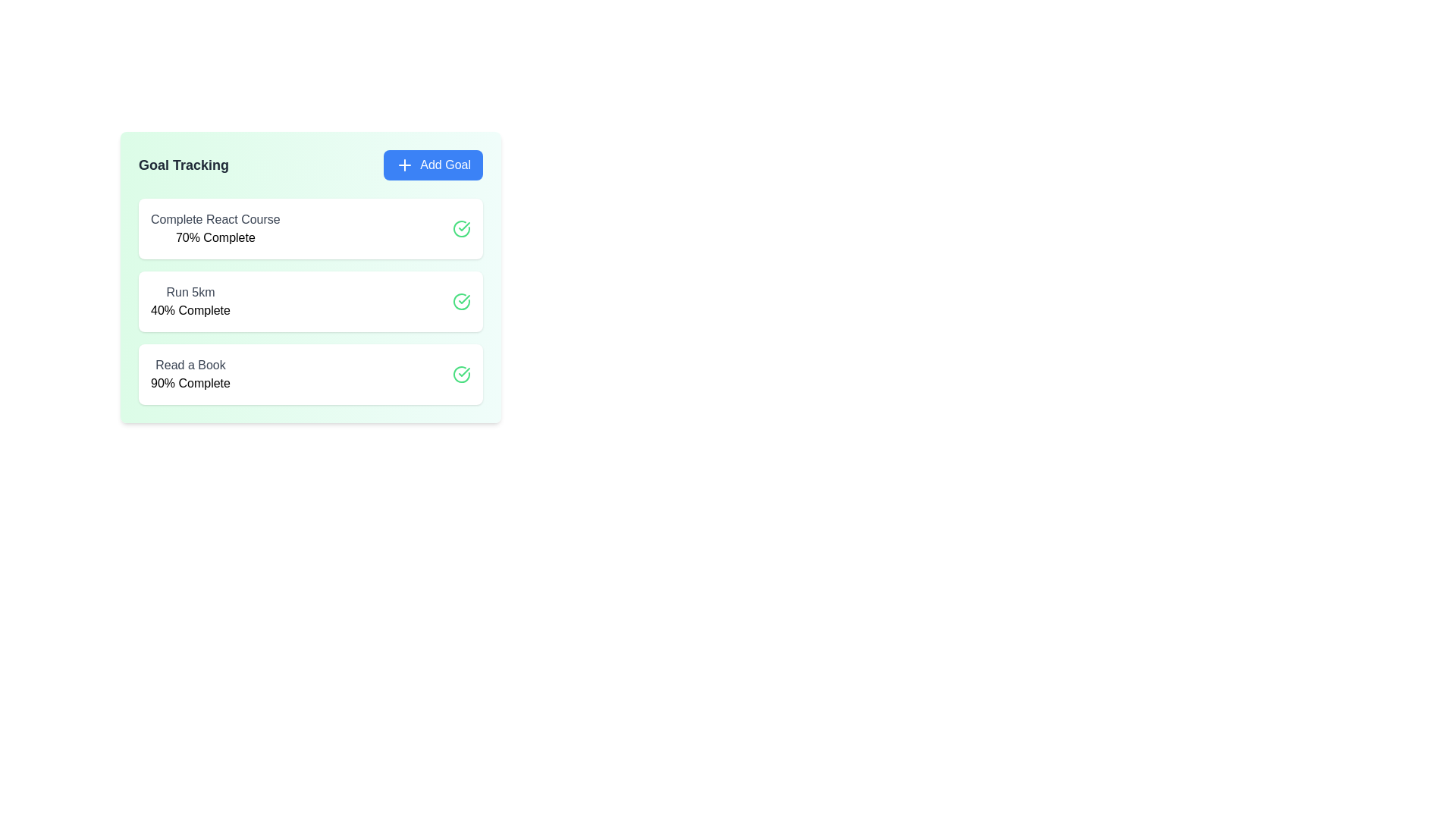  What do you see at coordinates (432, 165) in the screenshot?
I see `the 'Add Goal' button, which is a bright blue rectangular button with rounded corners, located at the top-right corner of the 'Goal Tracking' section` at bounding box center [432, 165].